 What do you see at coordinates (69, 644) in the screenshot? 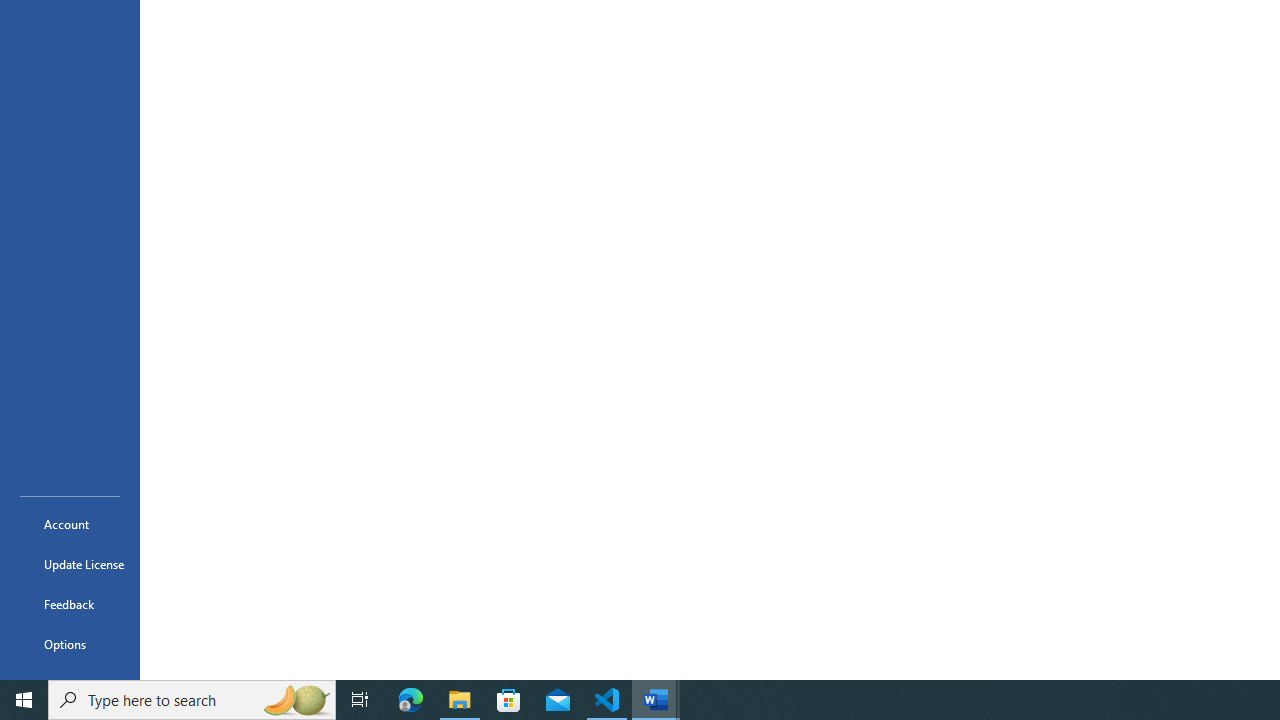
I see `'Options'` at bounding box center [69, 644].